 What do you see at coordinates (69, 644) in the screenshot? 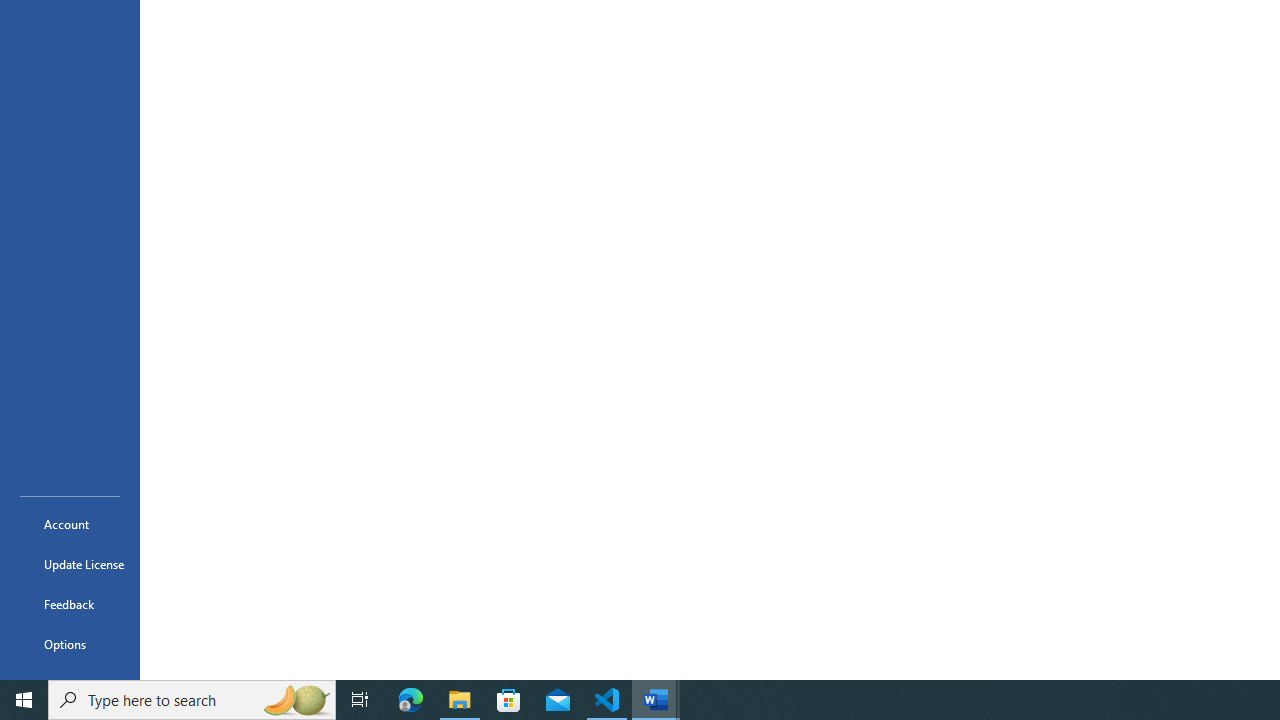
I see `'Options'` at bounding box center [69, 644].